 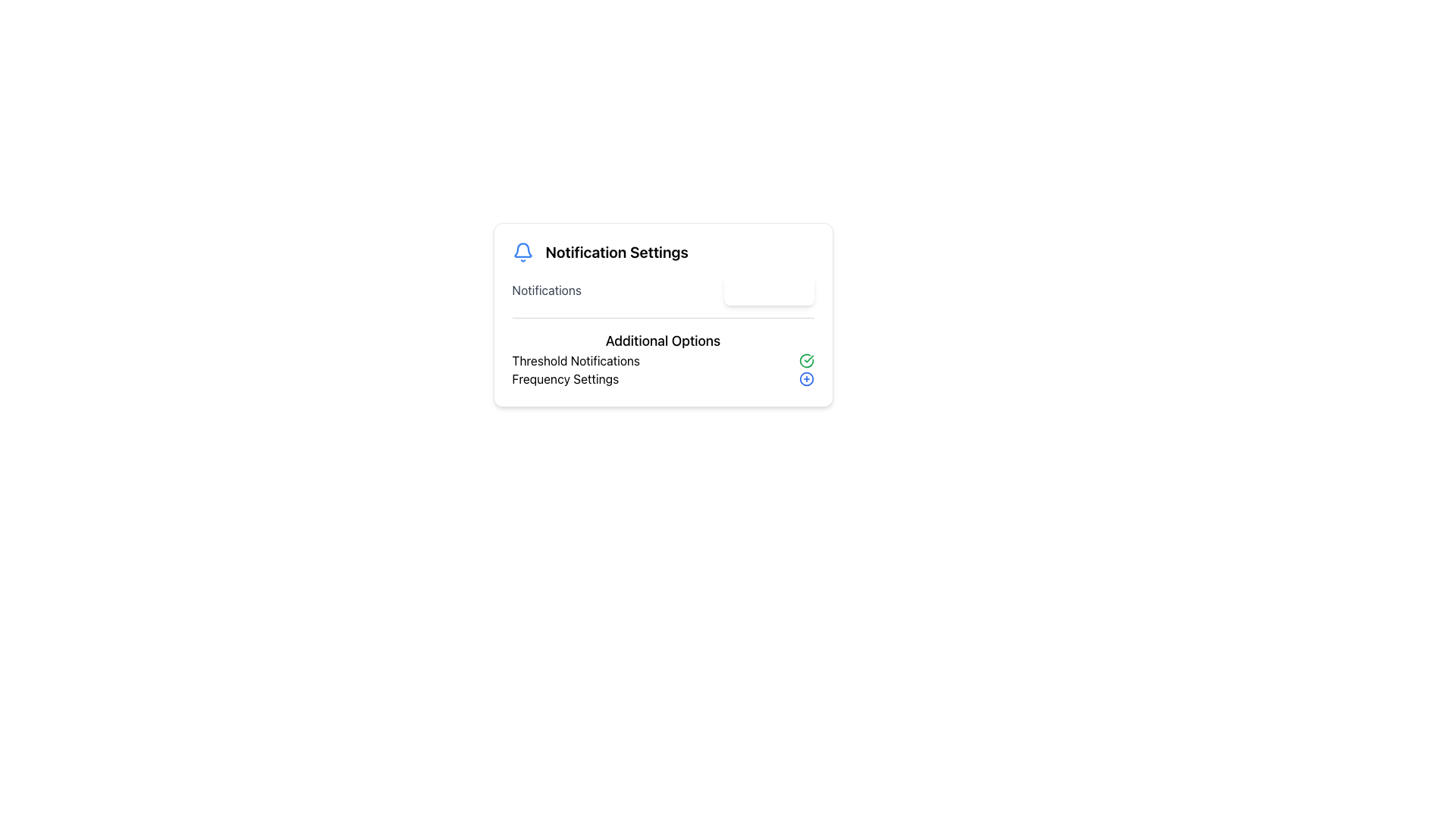 I want to click on the green circular checkmark icon located to the right of the 'Threshold Notifications' text, so click(x=805, y=360).